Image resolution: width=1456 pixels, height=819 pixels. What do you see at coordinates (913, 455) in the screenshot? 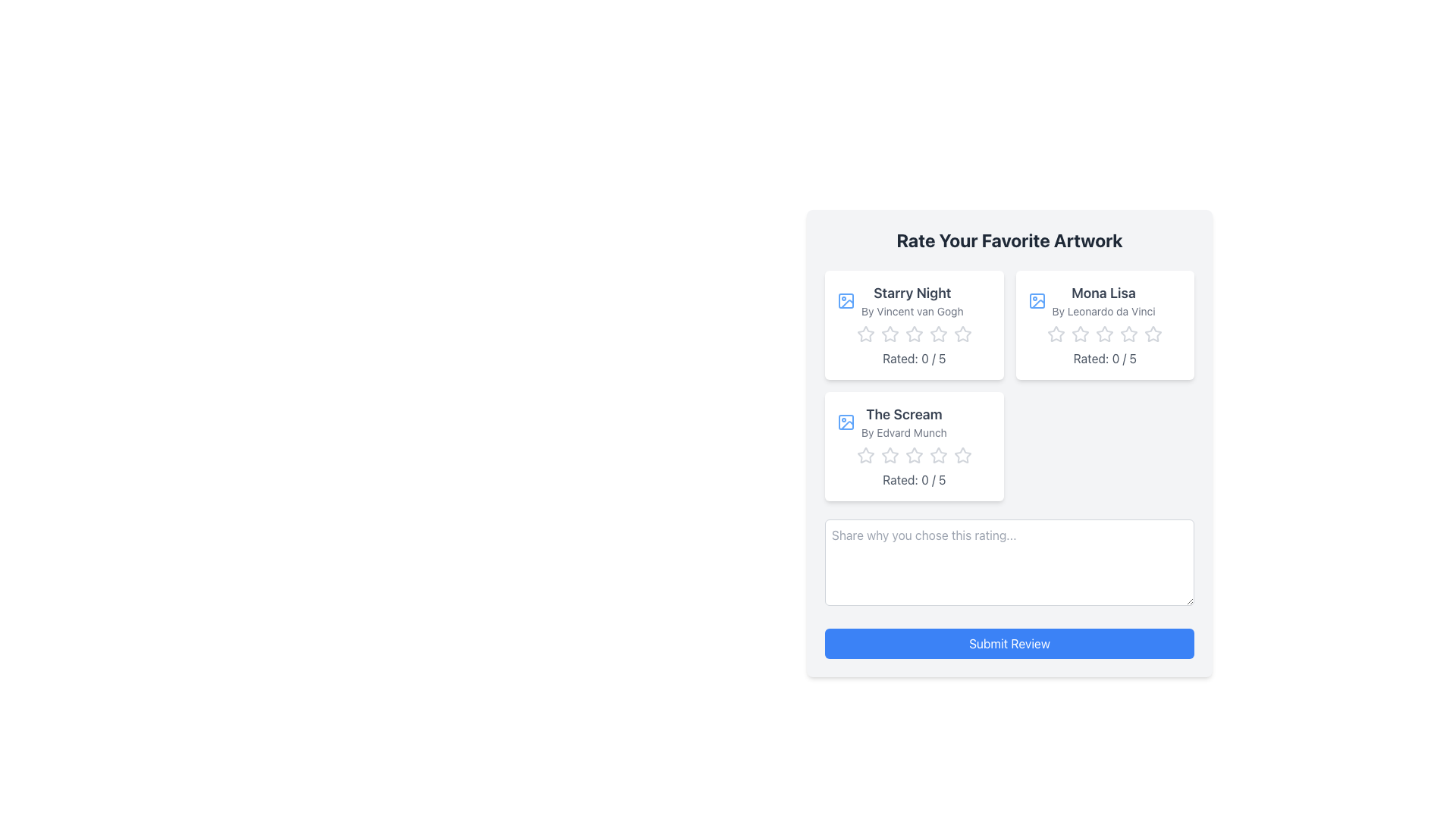
I see `the star-based rating control for the artwork 'The Scream'` at bounding box center [913, 455].